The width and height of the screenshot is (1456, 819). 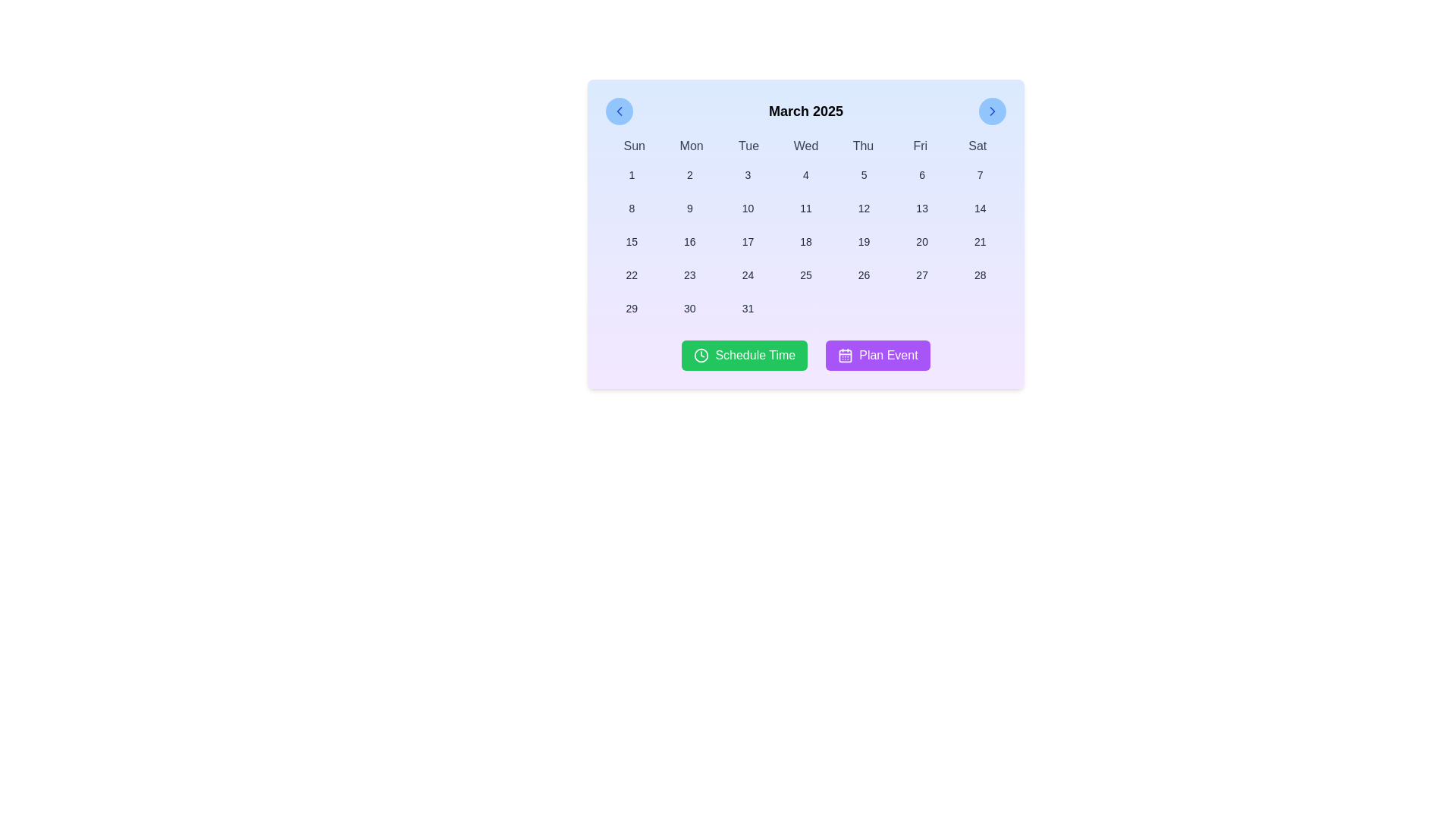 I want to click on the date in the calendar grid located within the card titled 'March 2025', so click(x=805, y=241).